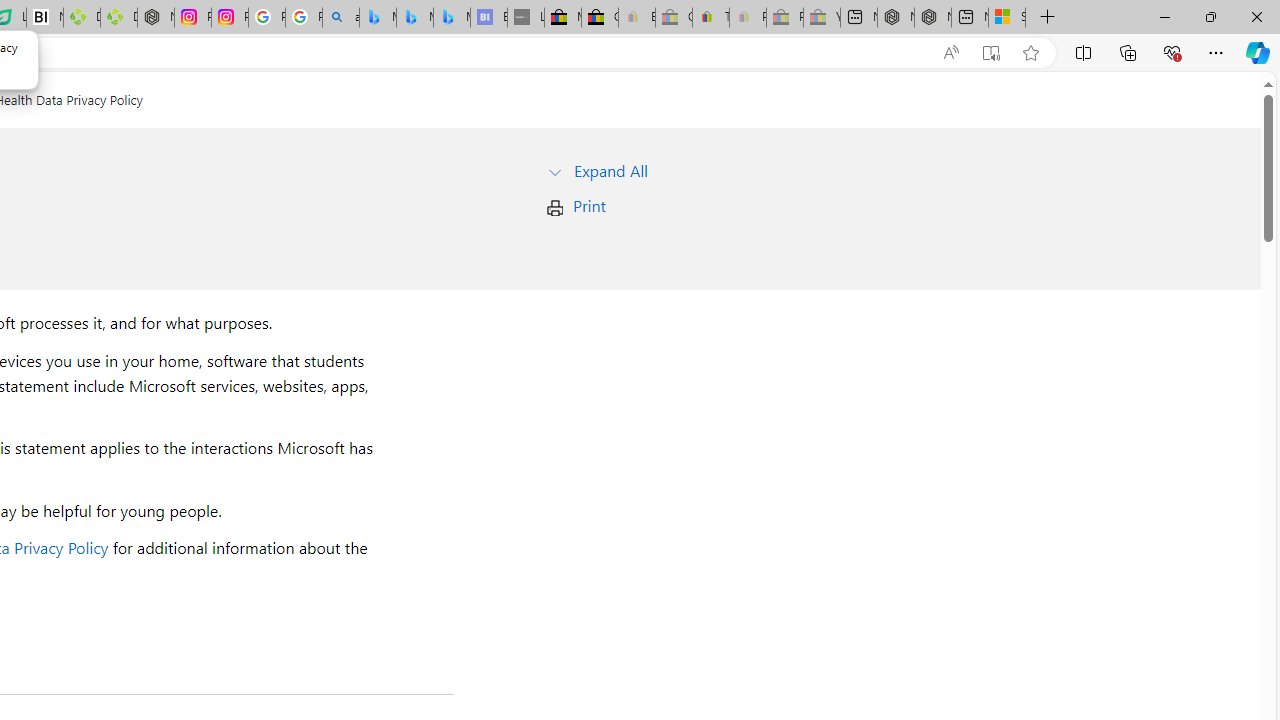 Image resolution: width=1280 pixels, height=720 pixels. I want to click on 'Expand All', so click(610, 169).